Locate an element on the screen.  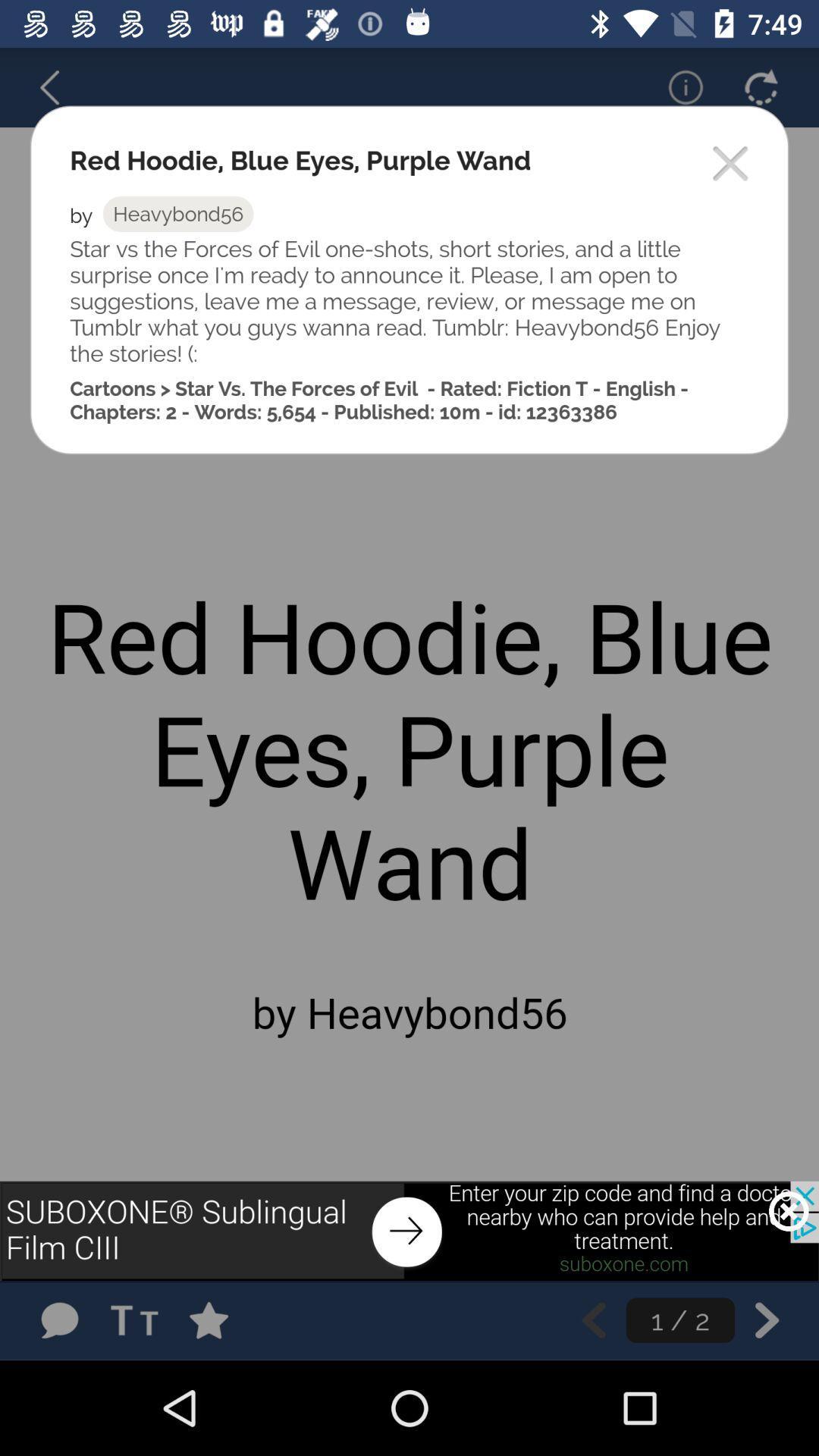
the close icon is located at coordinates (788, 1210).